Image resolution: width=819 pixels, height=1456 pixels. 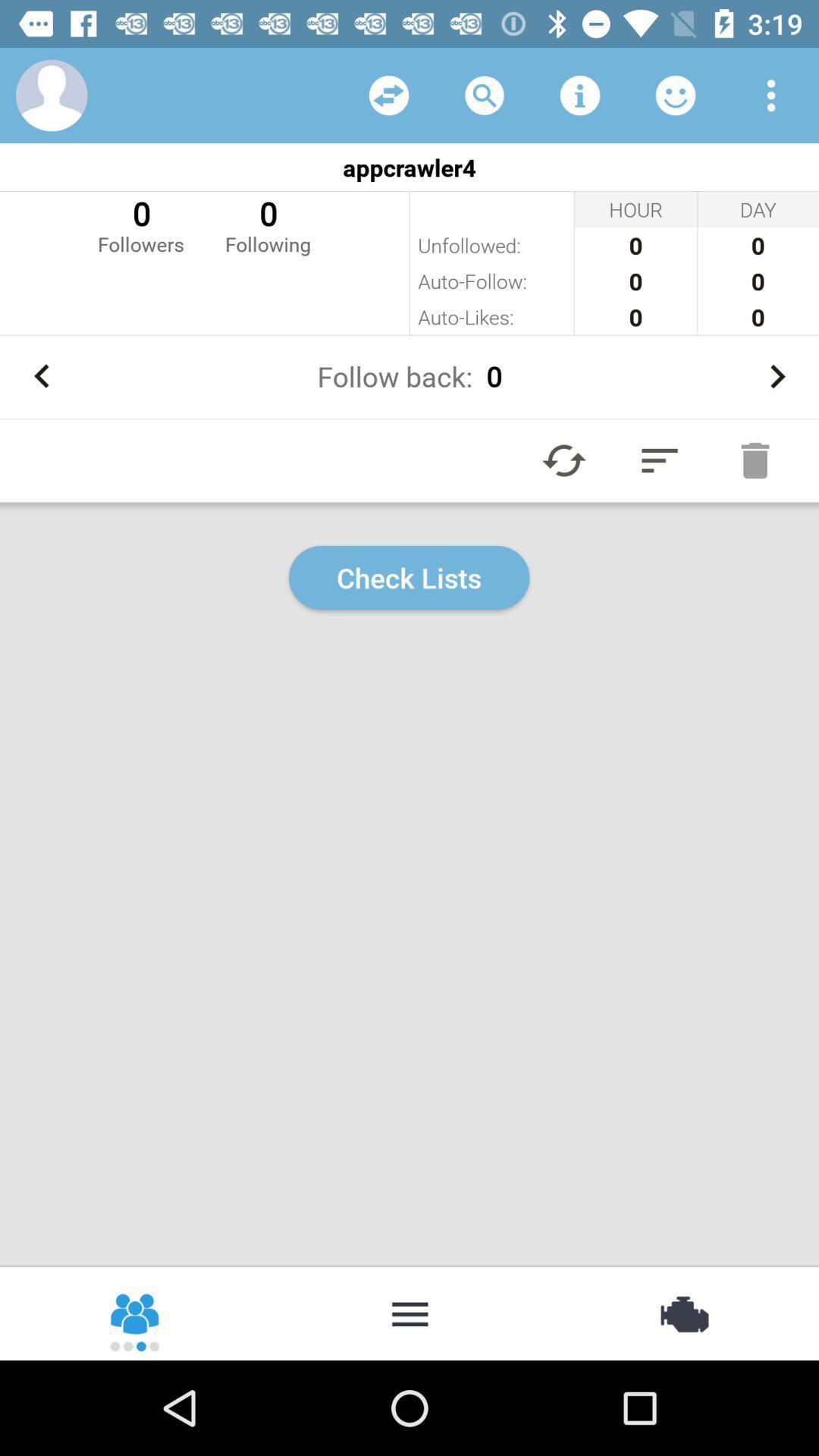 I want to click on previous, so click(x=41, y=376).